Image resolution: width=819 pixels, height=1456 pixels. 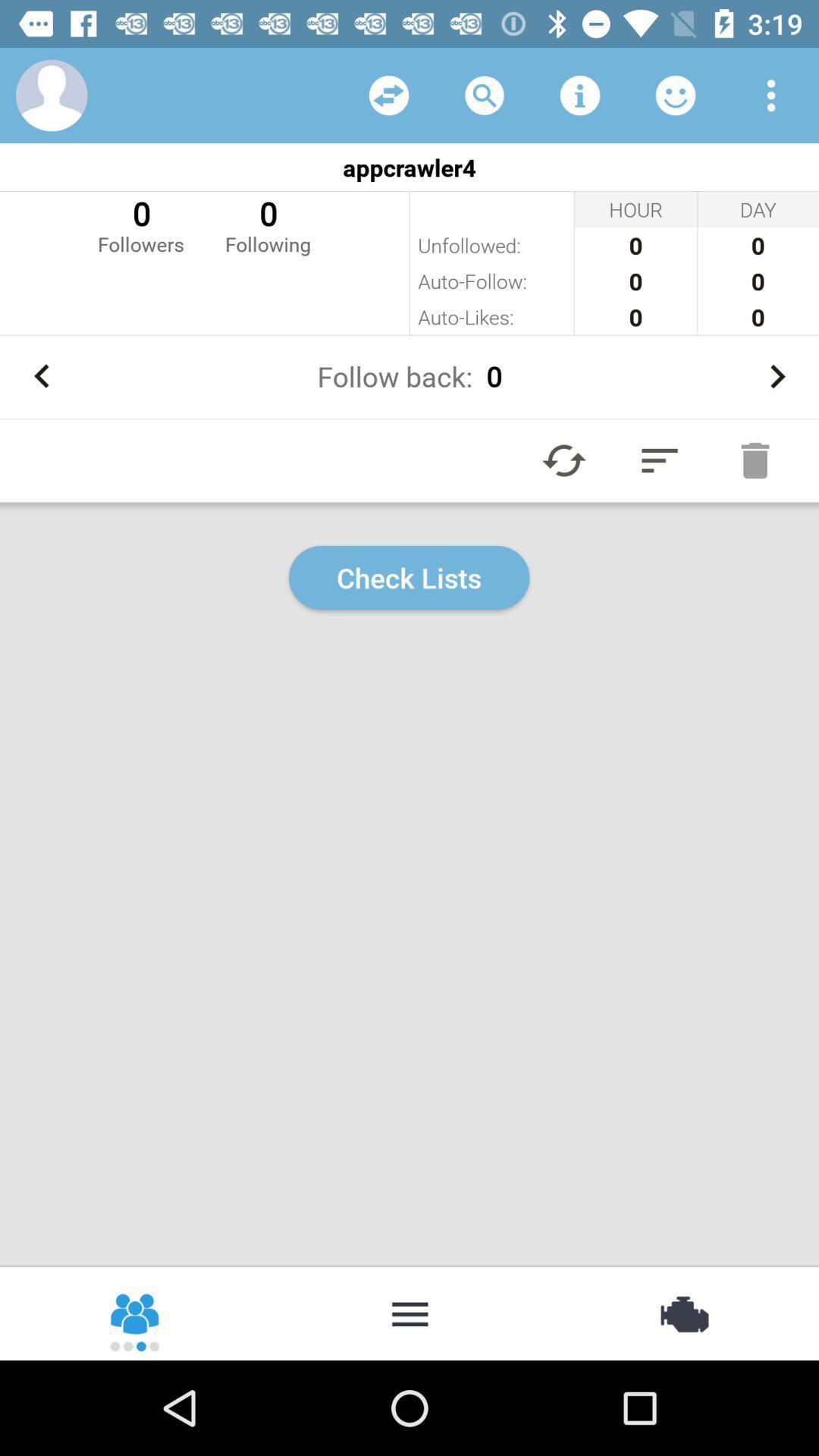 I want to click on previous, so click(x=41, y=376).